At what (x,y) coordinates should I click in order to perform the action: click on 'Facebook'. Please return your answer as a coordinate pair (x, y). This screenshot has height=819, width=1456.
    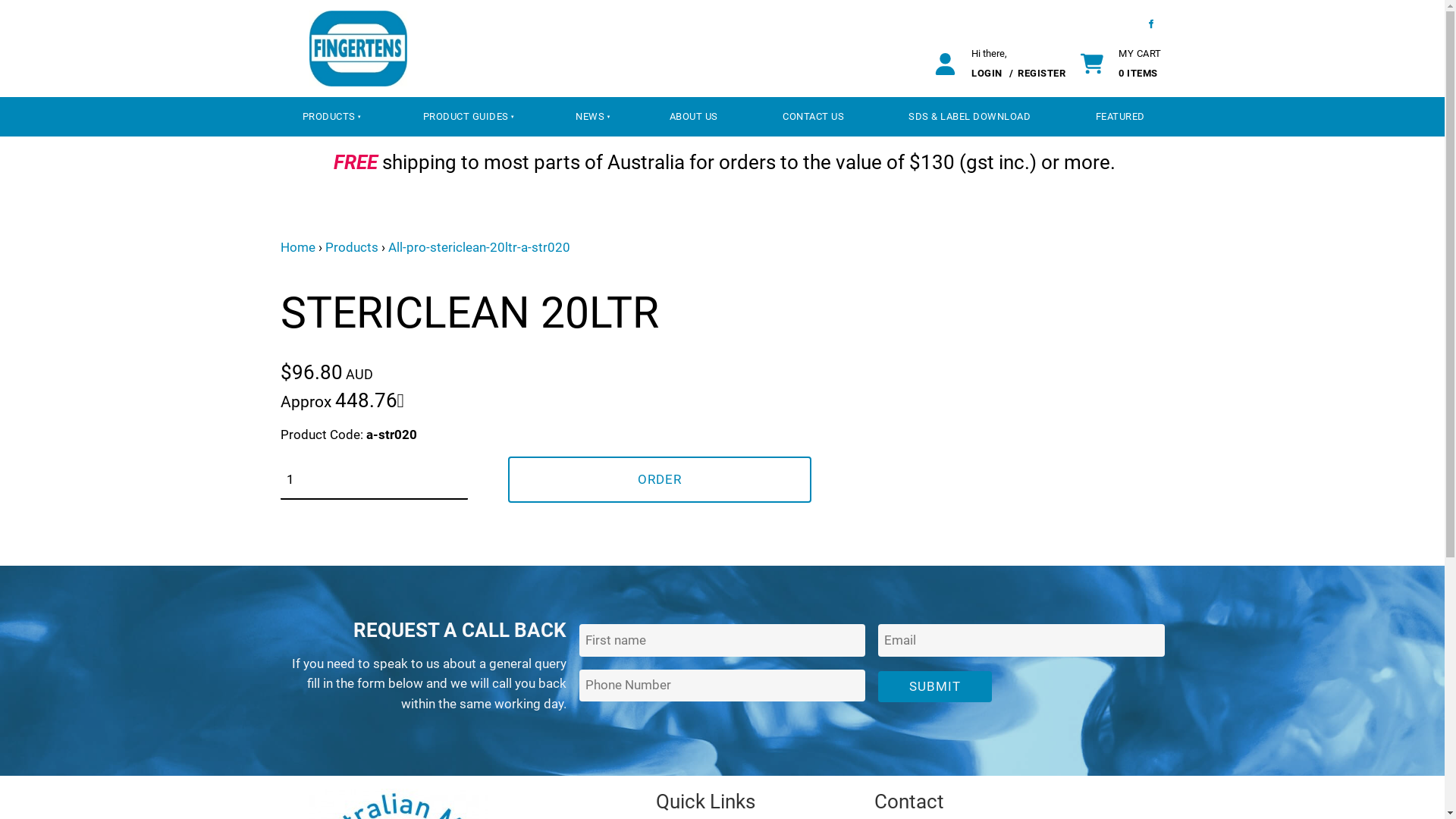
    Looking at the image, I should click on (1150, 24).